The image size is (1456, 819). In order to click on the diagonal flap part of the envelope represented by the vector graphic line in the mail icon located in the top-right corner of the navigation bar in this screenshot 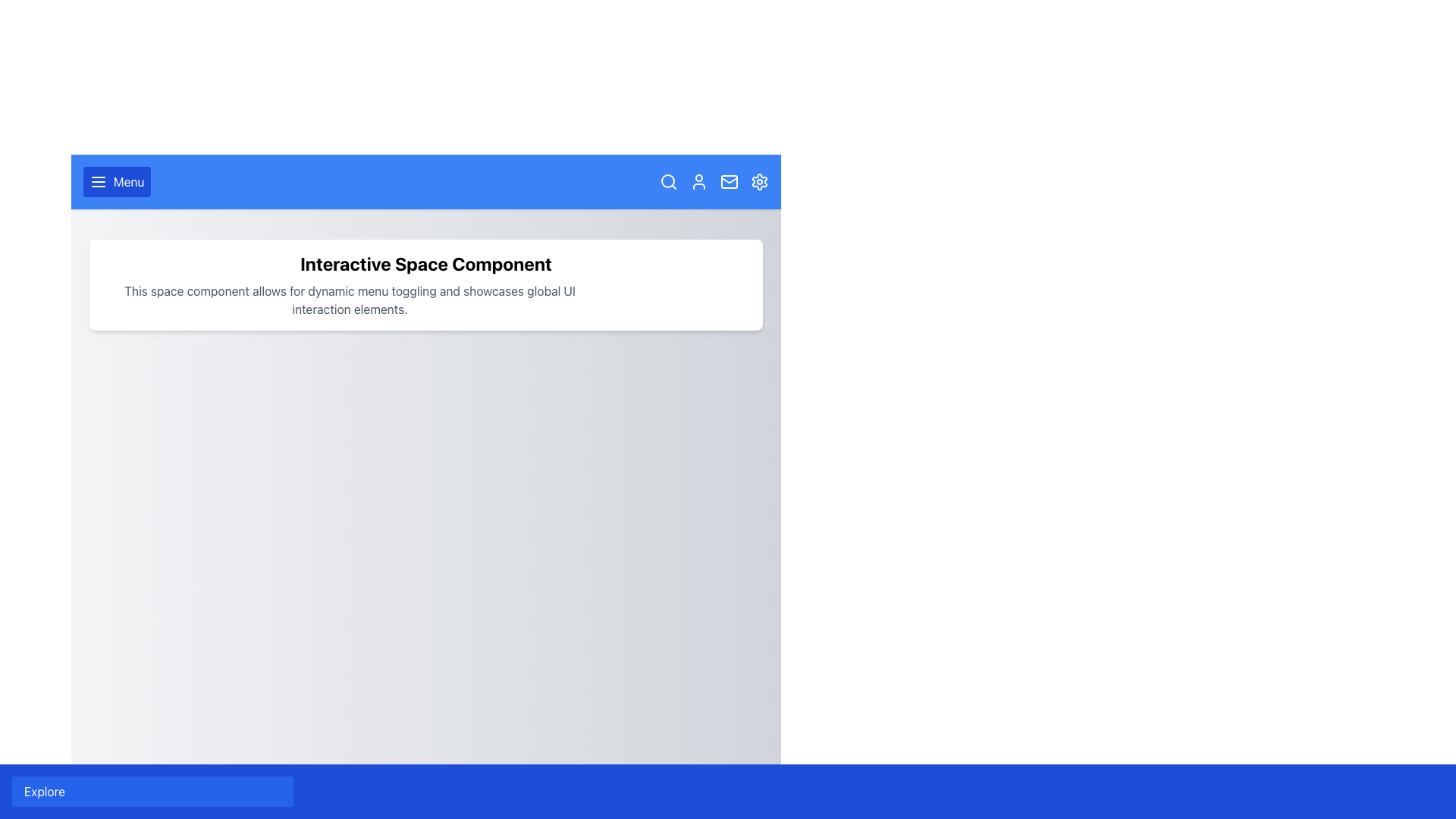, I will do `click(729, 178)`.